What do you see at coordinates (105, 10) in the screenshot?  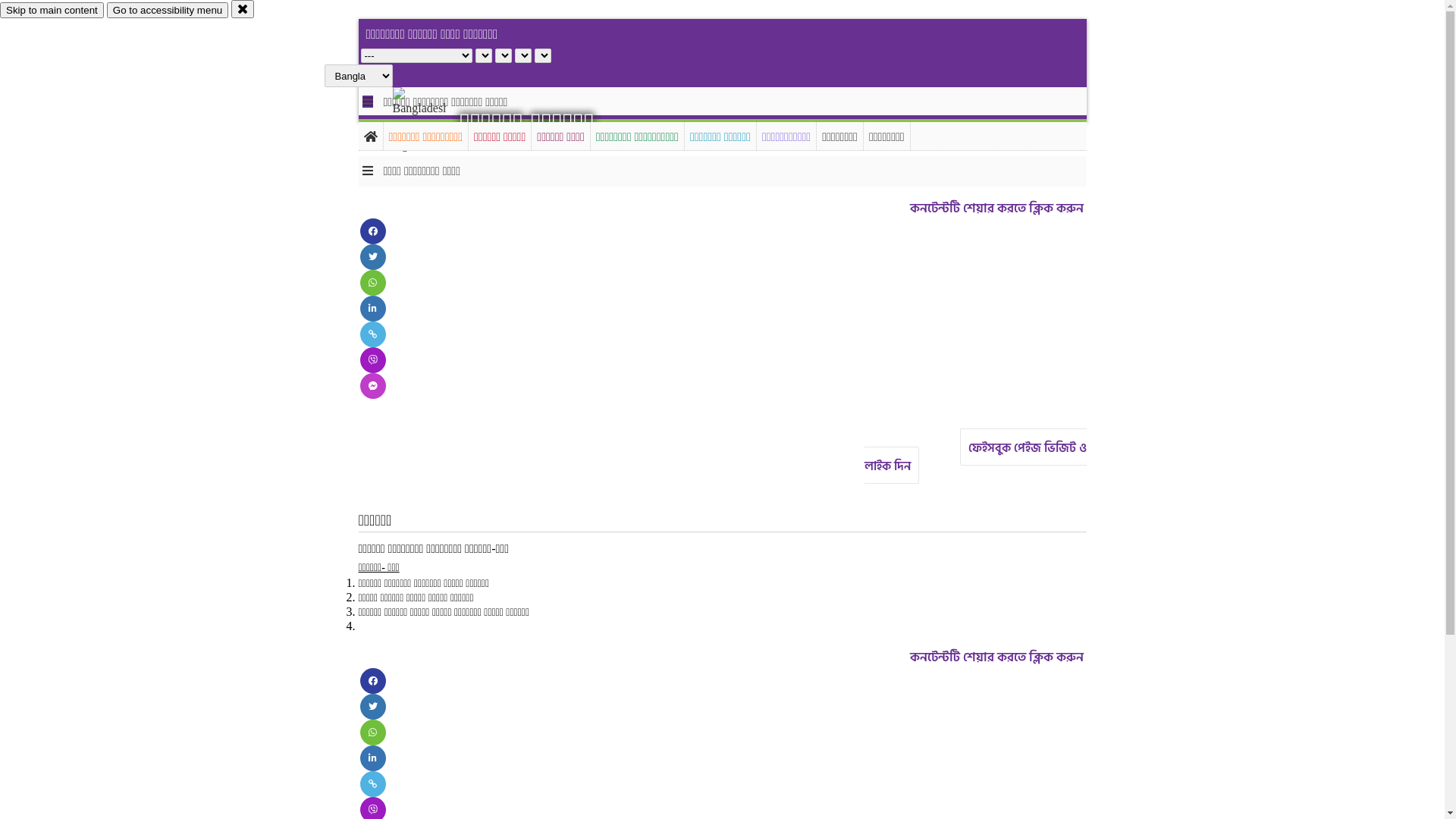 I see `'Go to accessibility menu'` at bounding box center [105, 10].